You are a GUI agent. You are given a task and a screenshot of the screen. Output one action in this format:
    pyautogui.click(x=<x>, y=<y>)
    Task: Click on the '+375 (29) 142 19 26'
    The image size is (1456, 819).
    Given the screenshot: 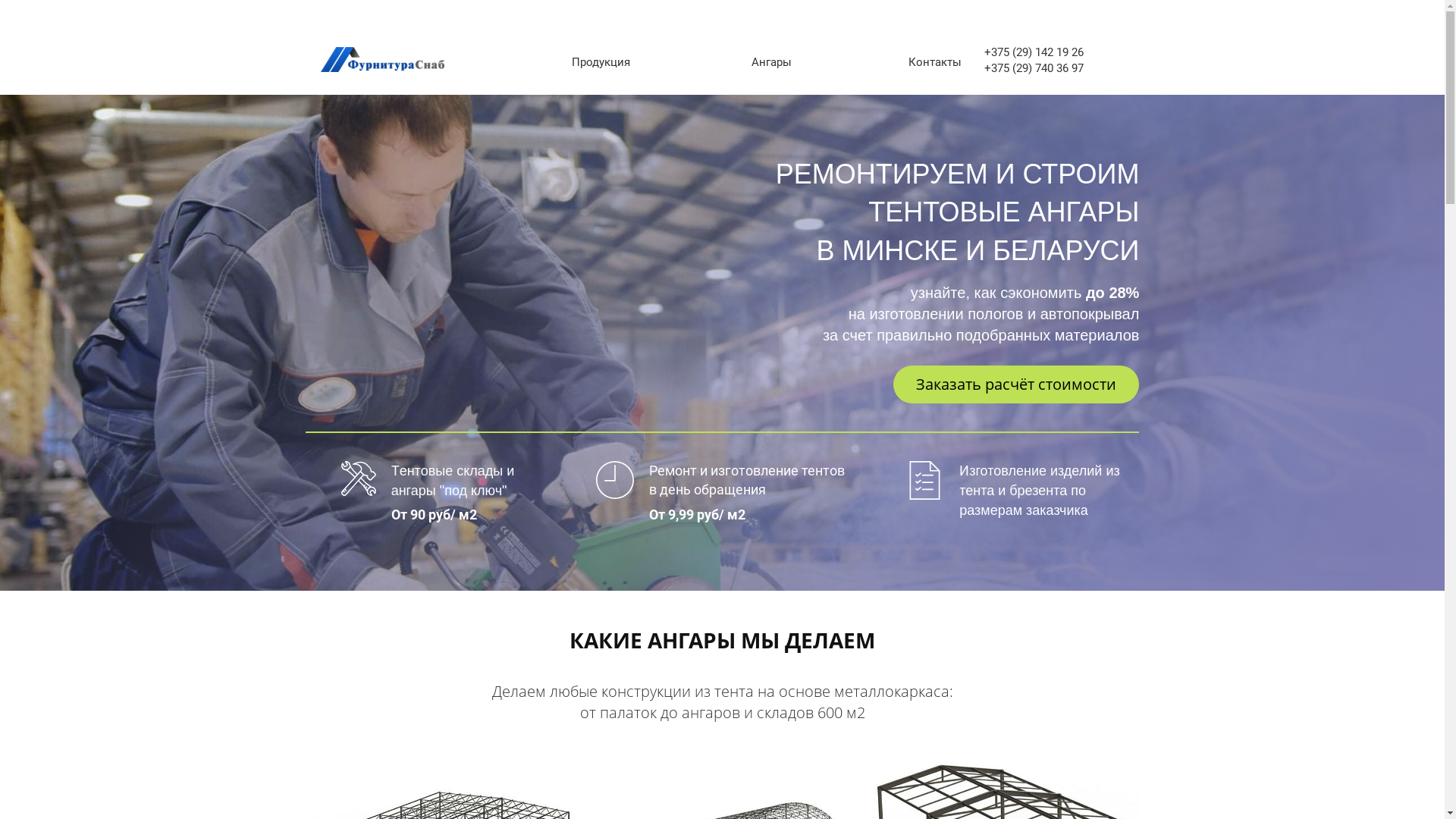 What is the action you would take?
    pyautogui.click(x=1033, y=52)
    